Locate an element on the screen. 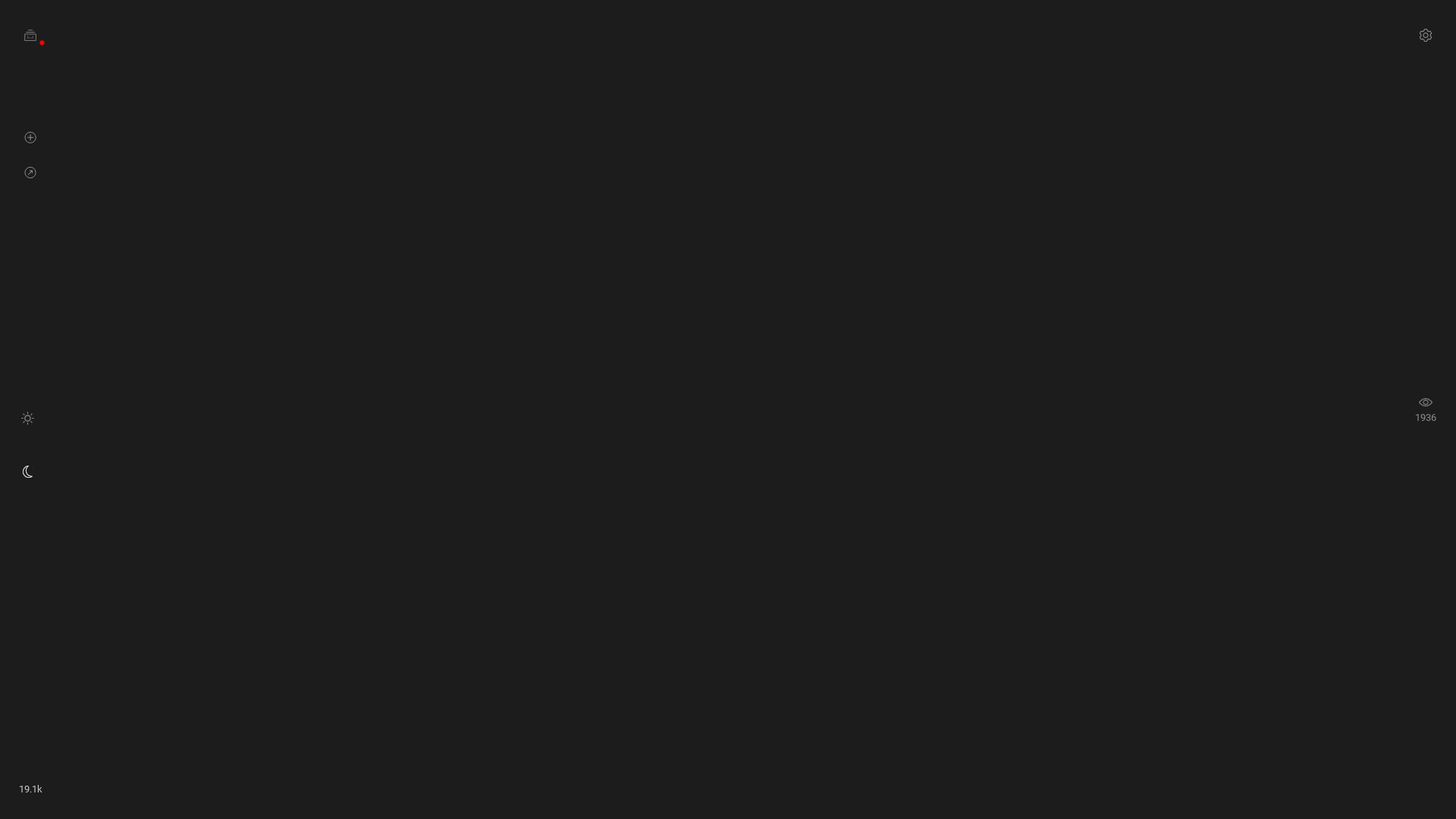 Image resolution: width=1456 pixels, height=819 pixels. 'New Litenote' is located at coordinates (30, 136).